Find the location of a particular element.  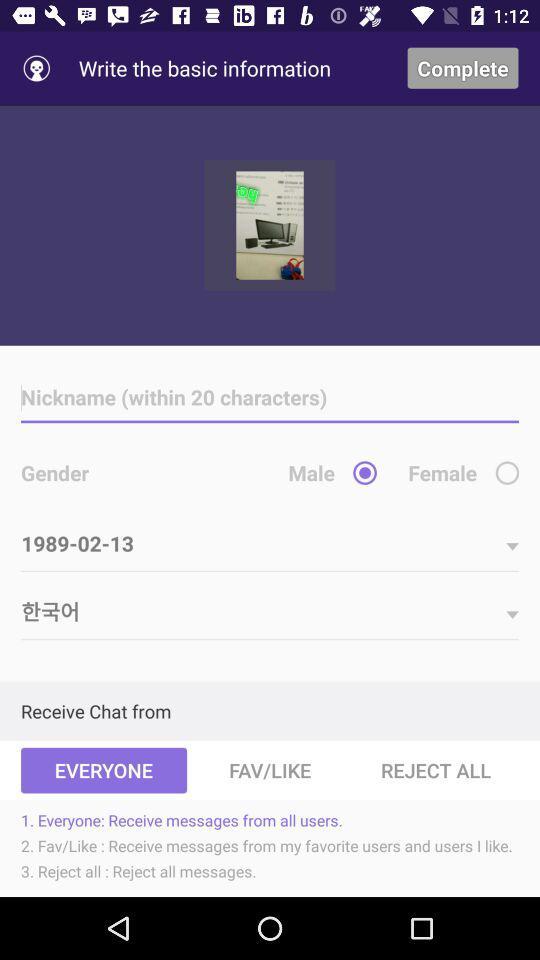

enlarge image is located at coordinates (270, 225).